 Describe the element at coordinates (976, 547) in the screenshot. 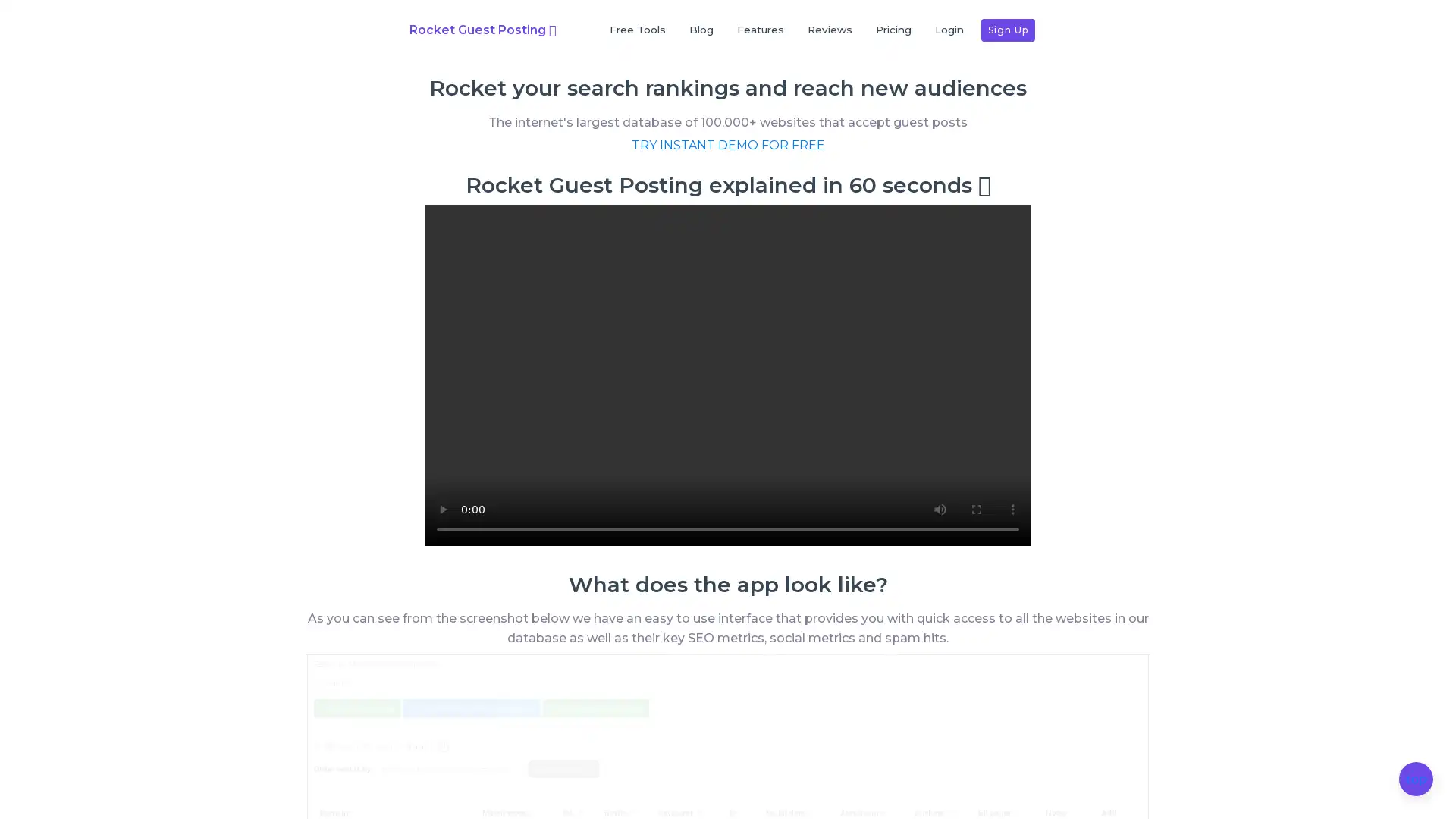

I see `enter full screen` at that location.